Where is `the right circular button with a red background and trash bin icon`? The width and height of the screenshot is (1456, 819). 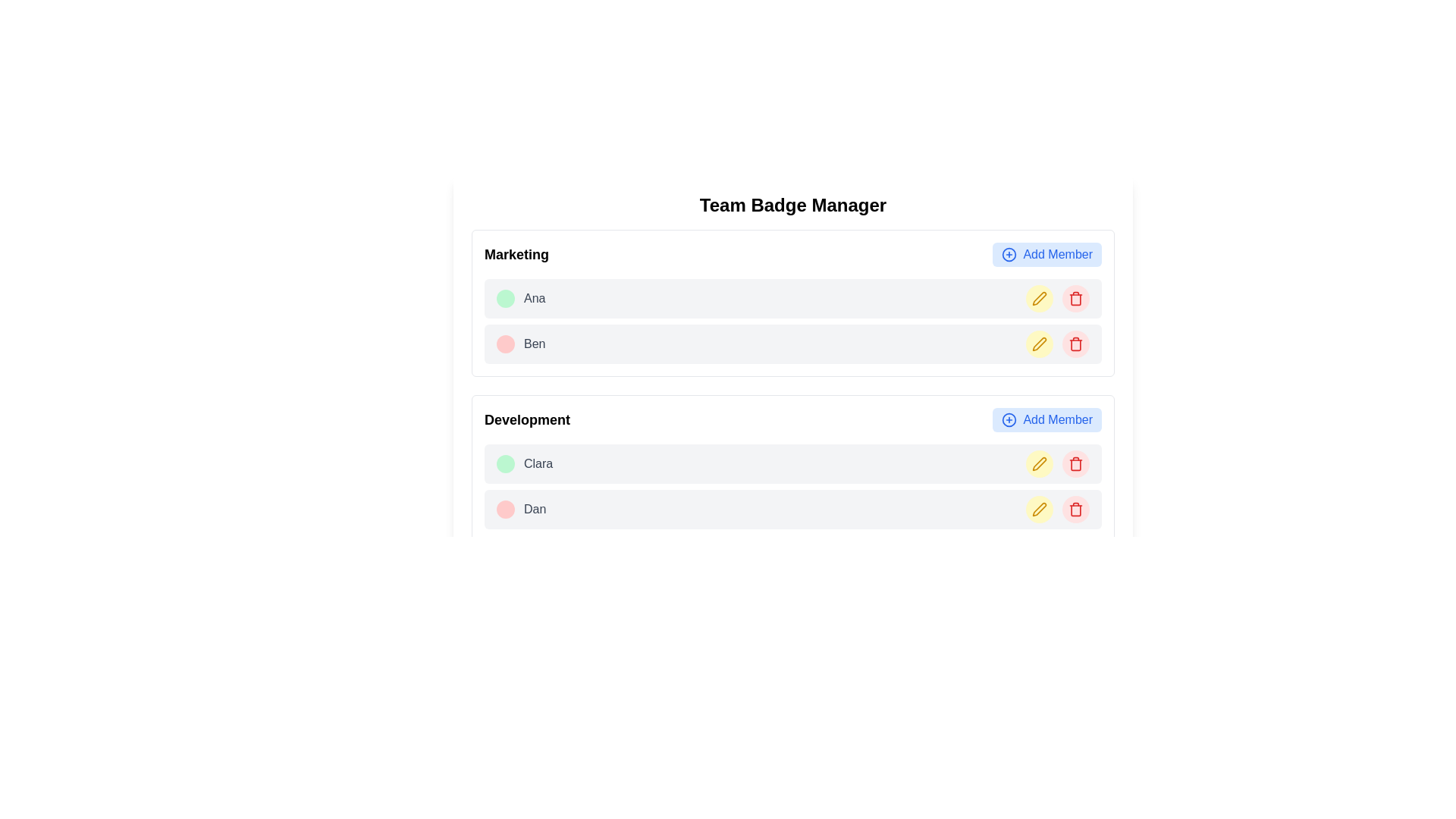 the right circular button with a red background and trash bin icon is located at coordinates (1057, 509).